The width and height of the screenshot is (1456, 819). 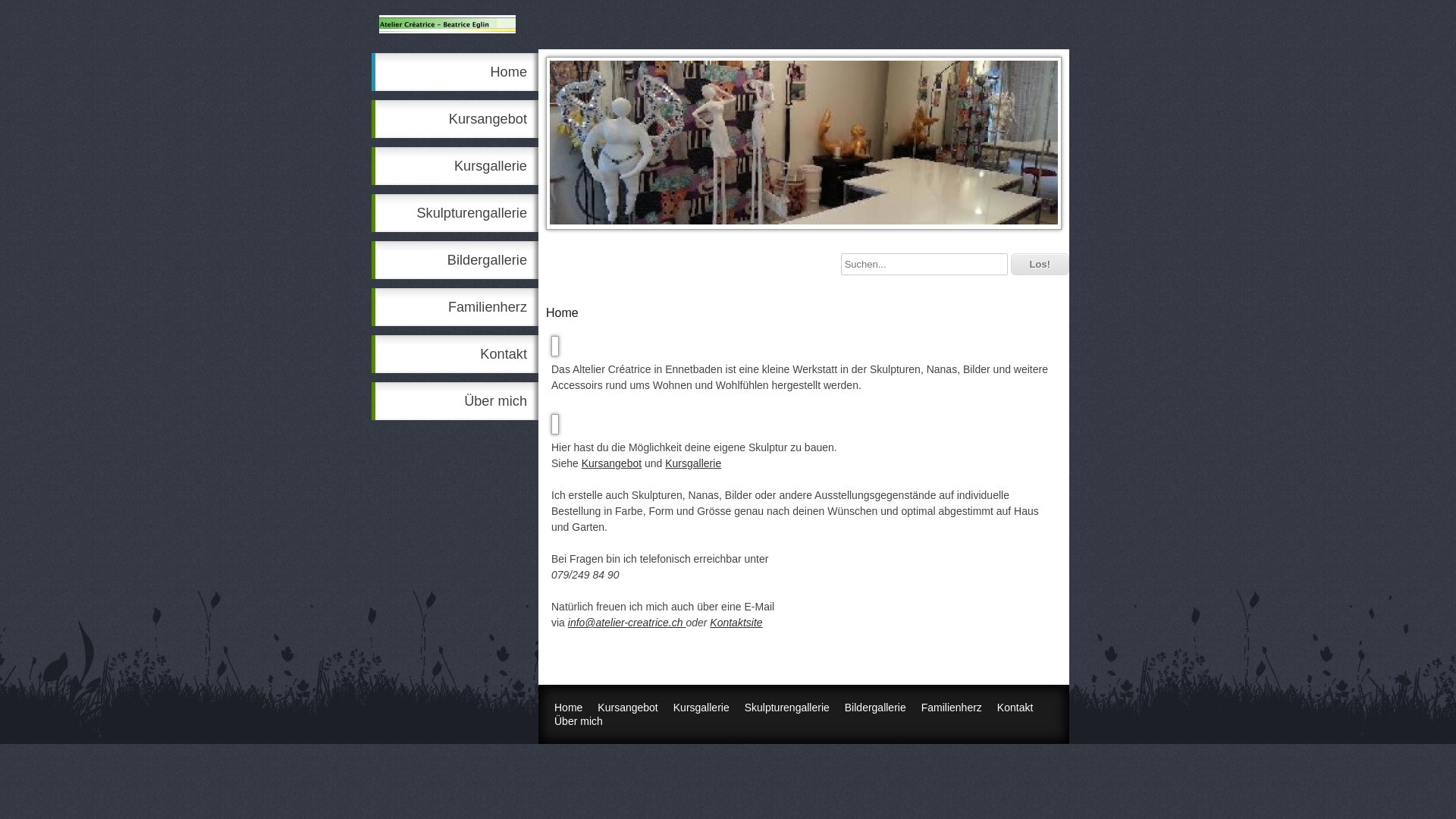 What do you see at coordinates (566, 623) in the screenshot?
I see `'info@atelier-creatrice.ch'` at bounding box center [566, 623].